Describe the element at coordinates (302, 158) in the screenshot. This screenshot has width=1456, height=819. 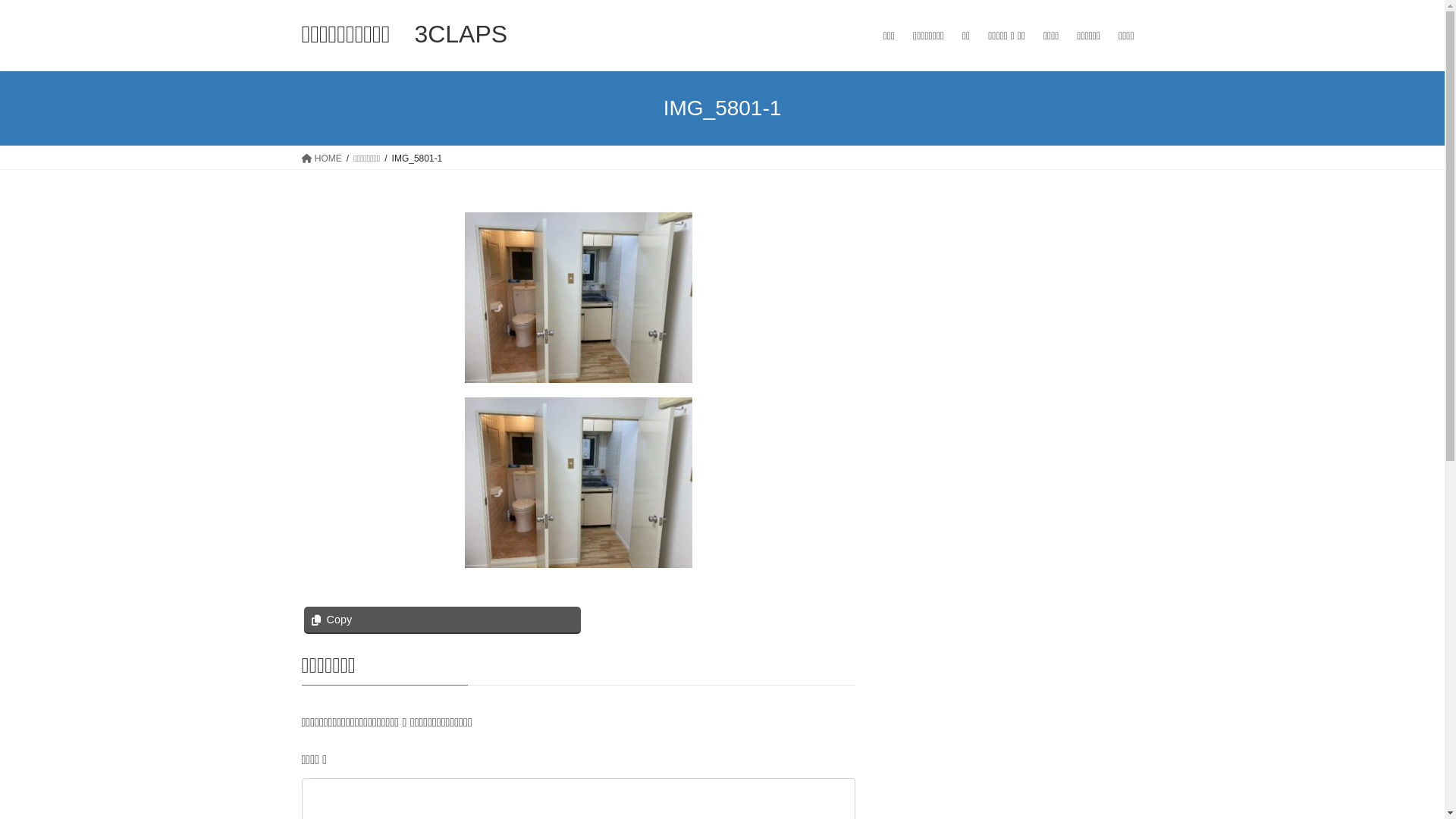
I see `'HOME'` at that location.